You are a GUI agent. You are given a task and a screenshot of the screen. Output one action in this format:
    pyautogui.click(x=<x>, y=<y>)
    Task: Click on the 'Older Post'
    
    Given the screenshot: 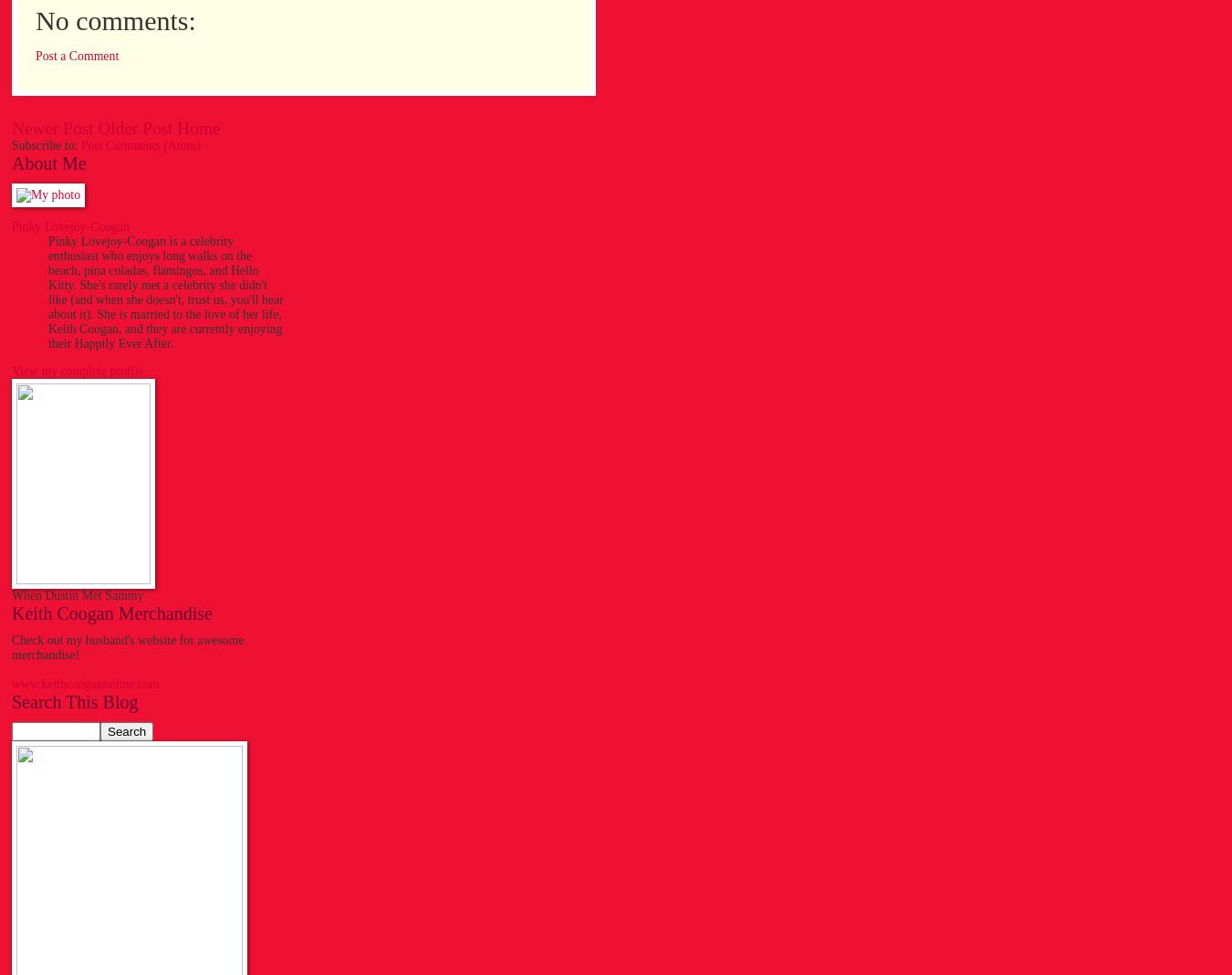 What is the action you would take?
    pyautogui.click(x=97, y=128)
    